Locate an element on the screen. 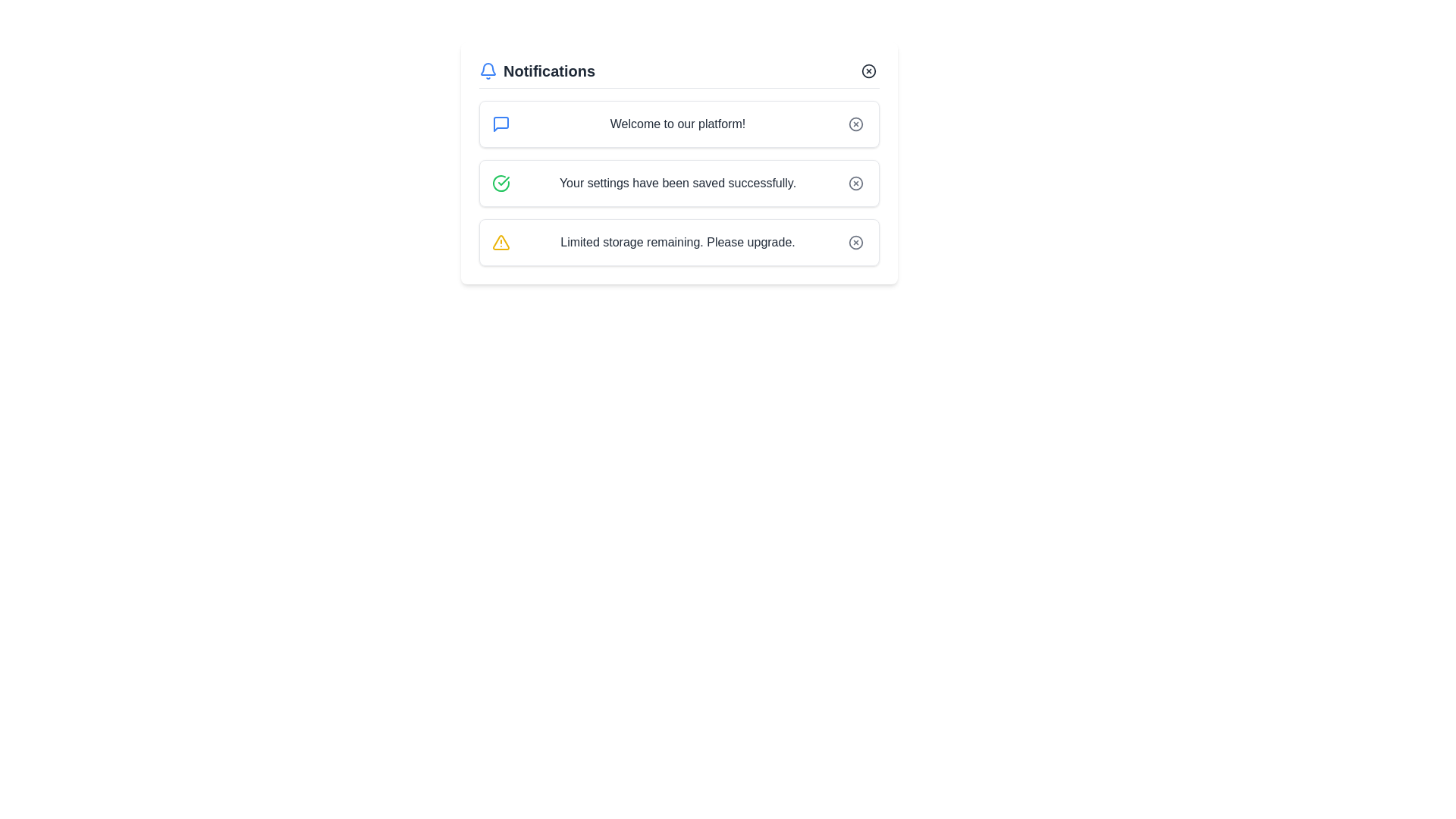 This screenshot has height=819, width=1456. the second icon in the notifications panel, which confirms the successful saving of settings, to acknowledge the notification is located at coordinates (501, 183).